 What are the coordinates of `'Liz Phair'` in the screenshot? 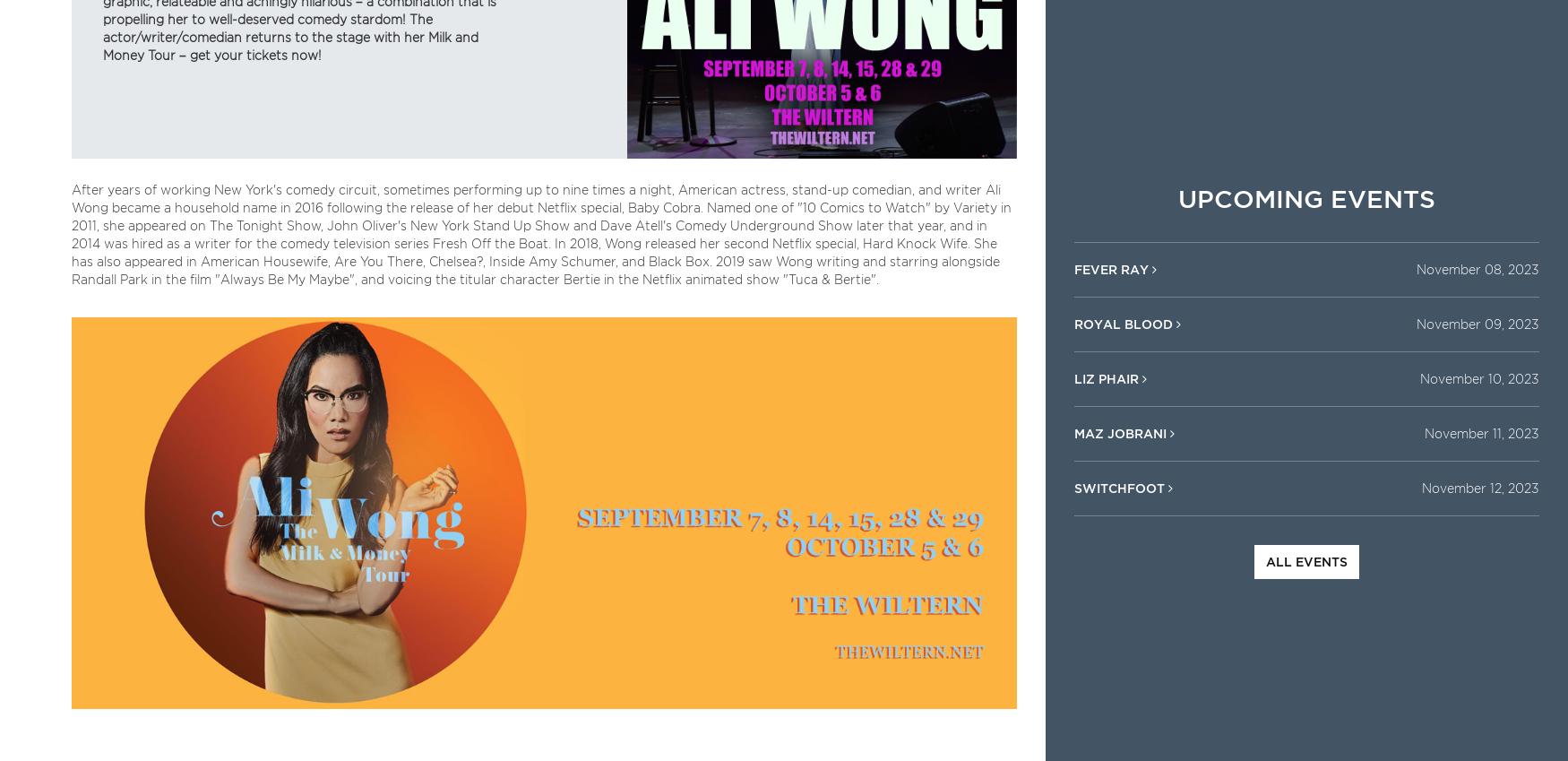 It's located at (1105, 377).